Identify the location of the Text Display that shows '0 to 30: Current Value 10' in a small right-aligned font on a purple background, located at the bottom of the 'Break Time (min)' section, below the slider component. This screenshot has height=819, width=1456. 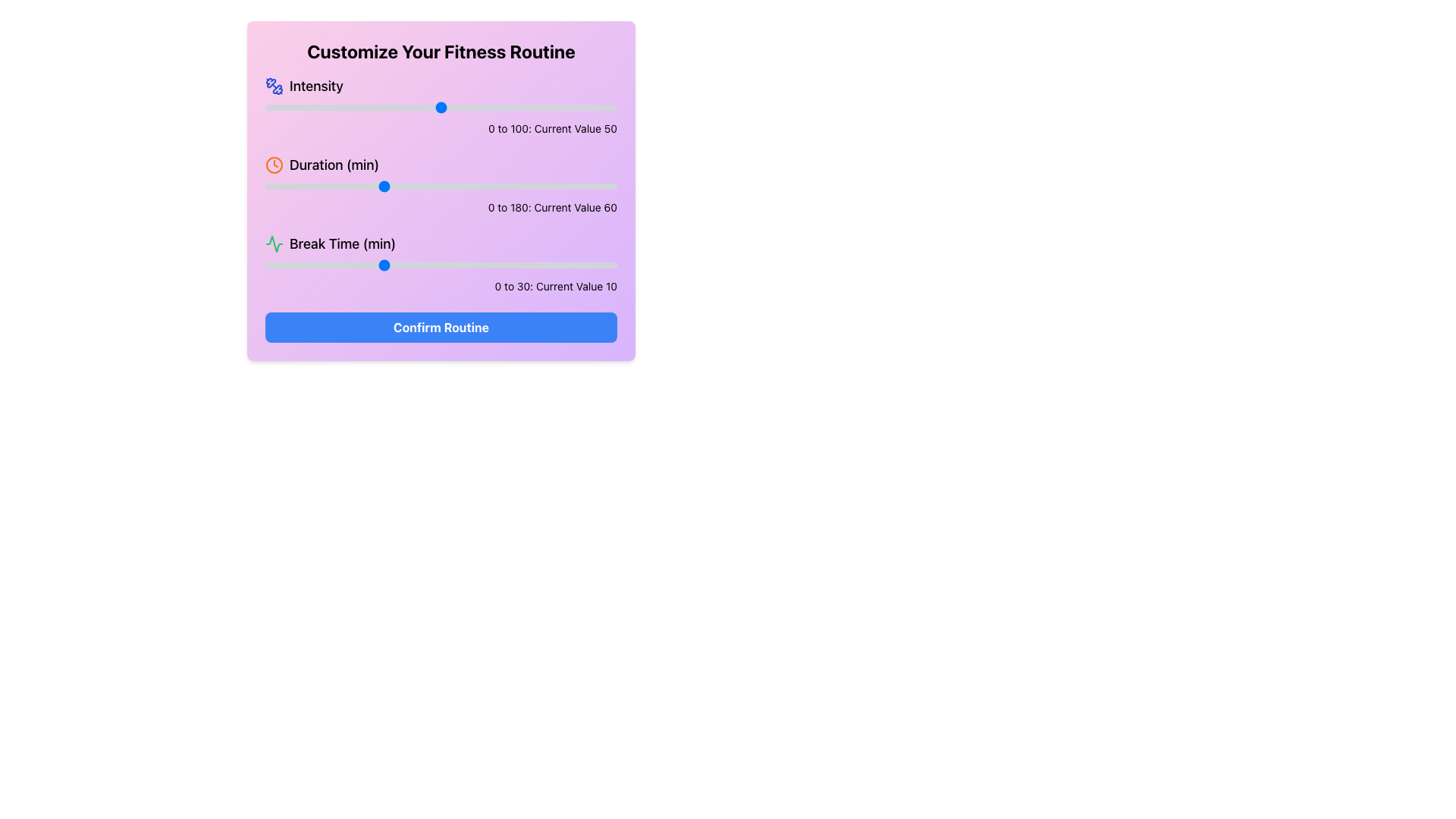
(440, 287).